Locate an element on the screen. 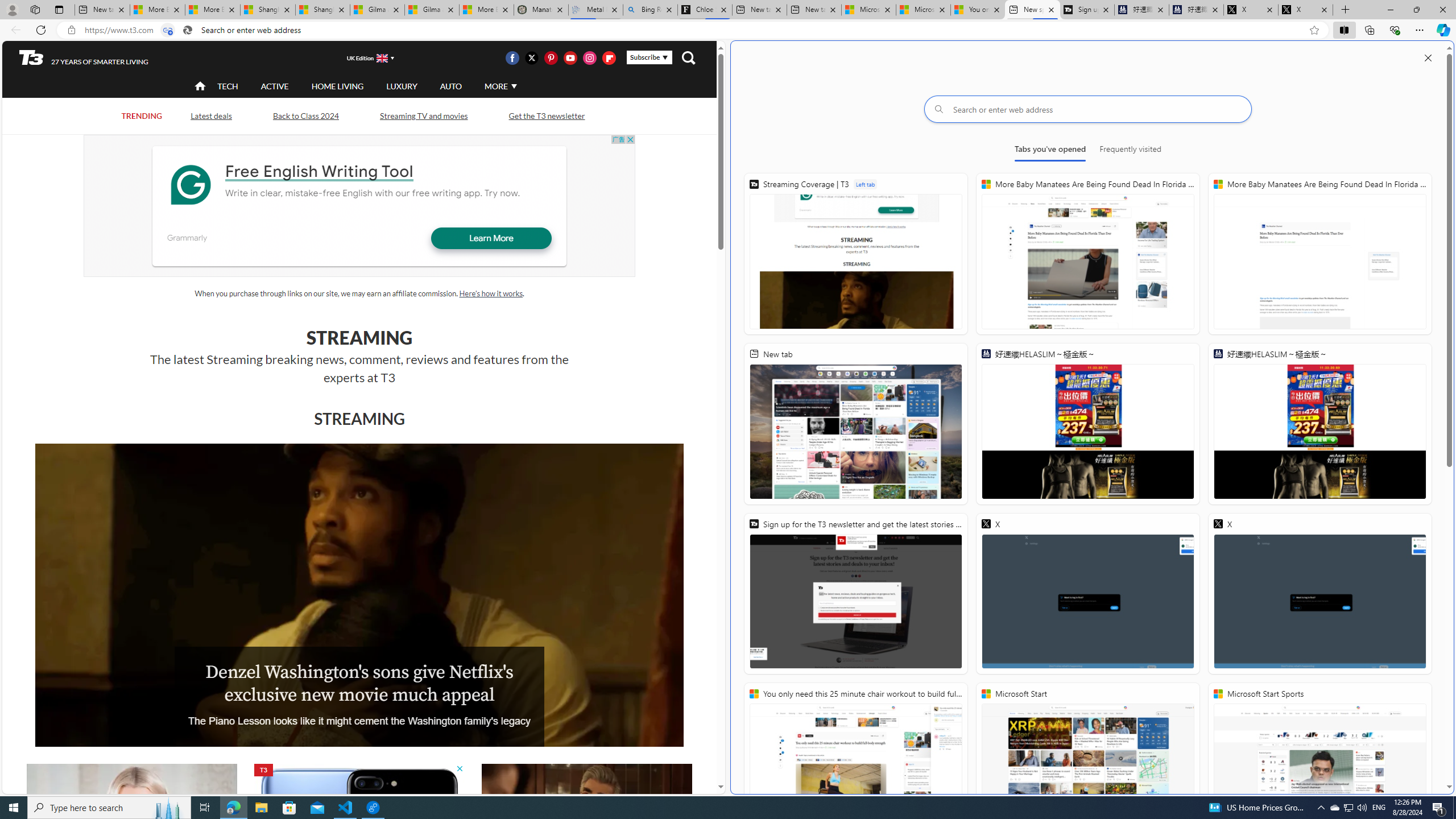 This screenshot has height=819, width=1456. 'Visit us on Pintrest' is located at coordinates (550, 57).